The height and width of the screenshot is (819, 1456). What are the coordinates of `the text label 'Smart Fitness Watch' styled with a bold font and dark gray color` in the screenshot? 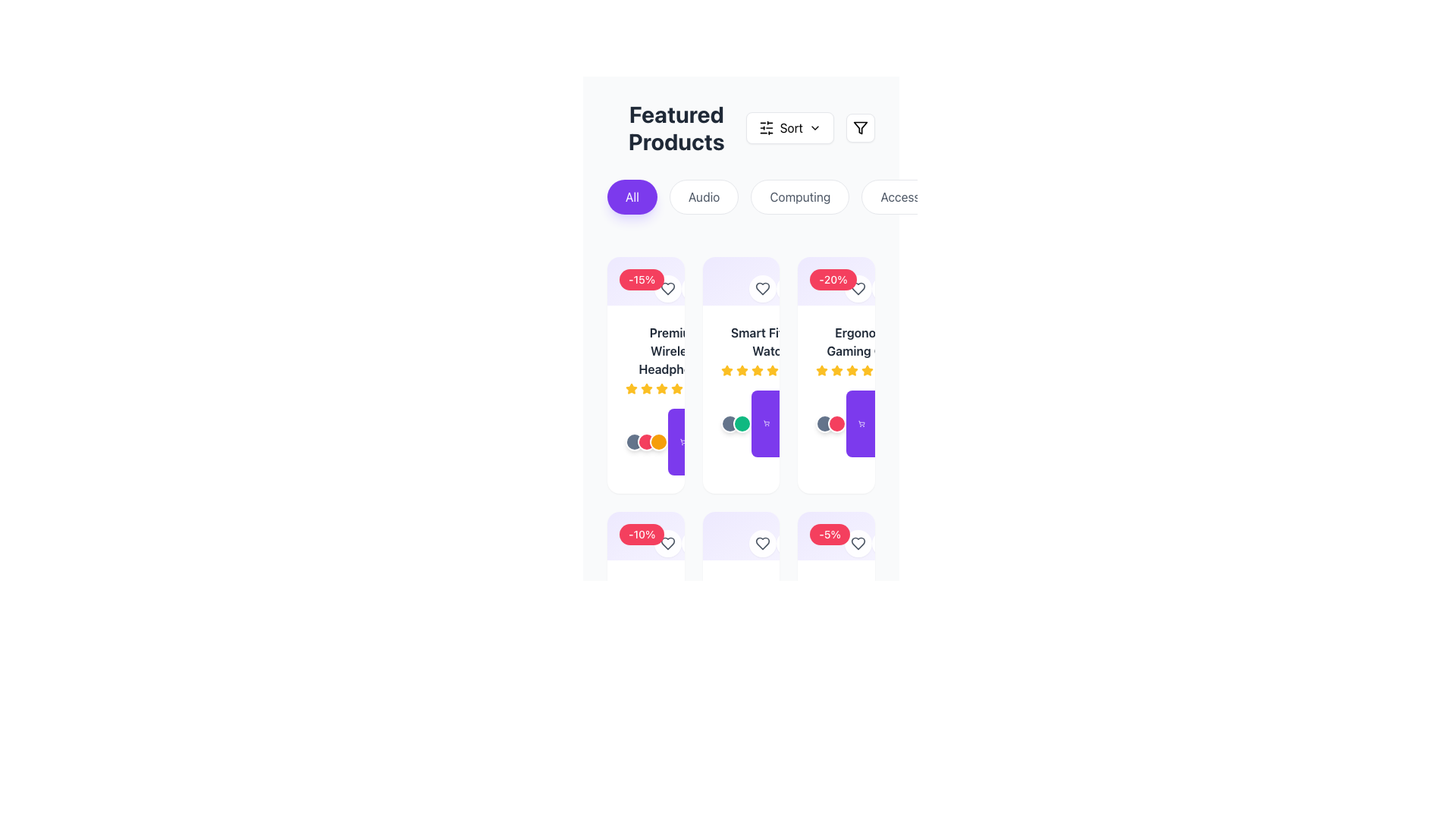 It's located at (770, 342).